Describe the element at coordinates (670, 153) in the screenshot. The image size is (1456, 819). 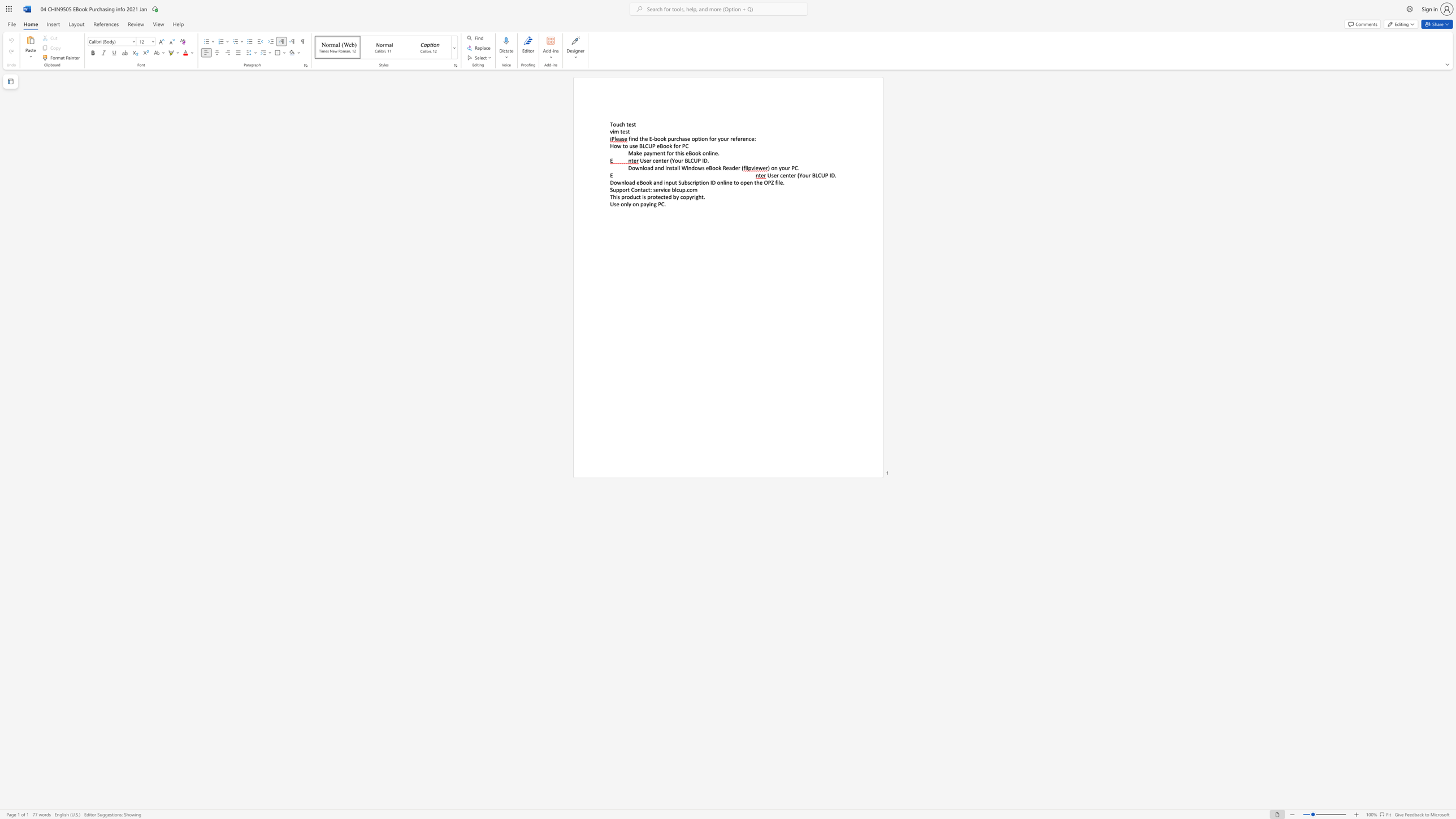
I see `the 1th character "o" in the text` at that location.